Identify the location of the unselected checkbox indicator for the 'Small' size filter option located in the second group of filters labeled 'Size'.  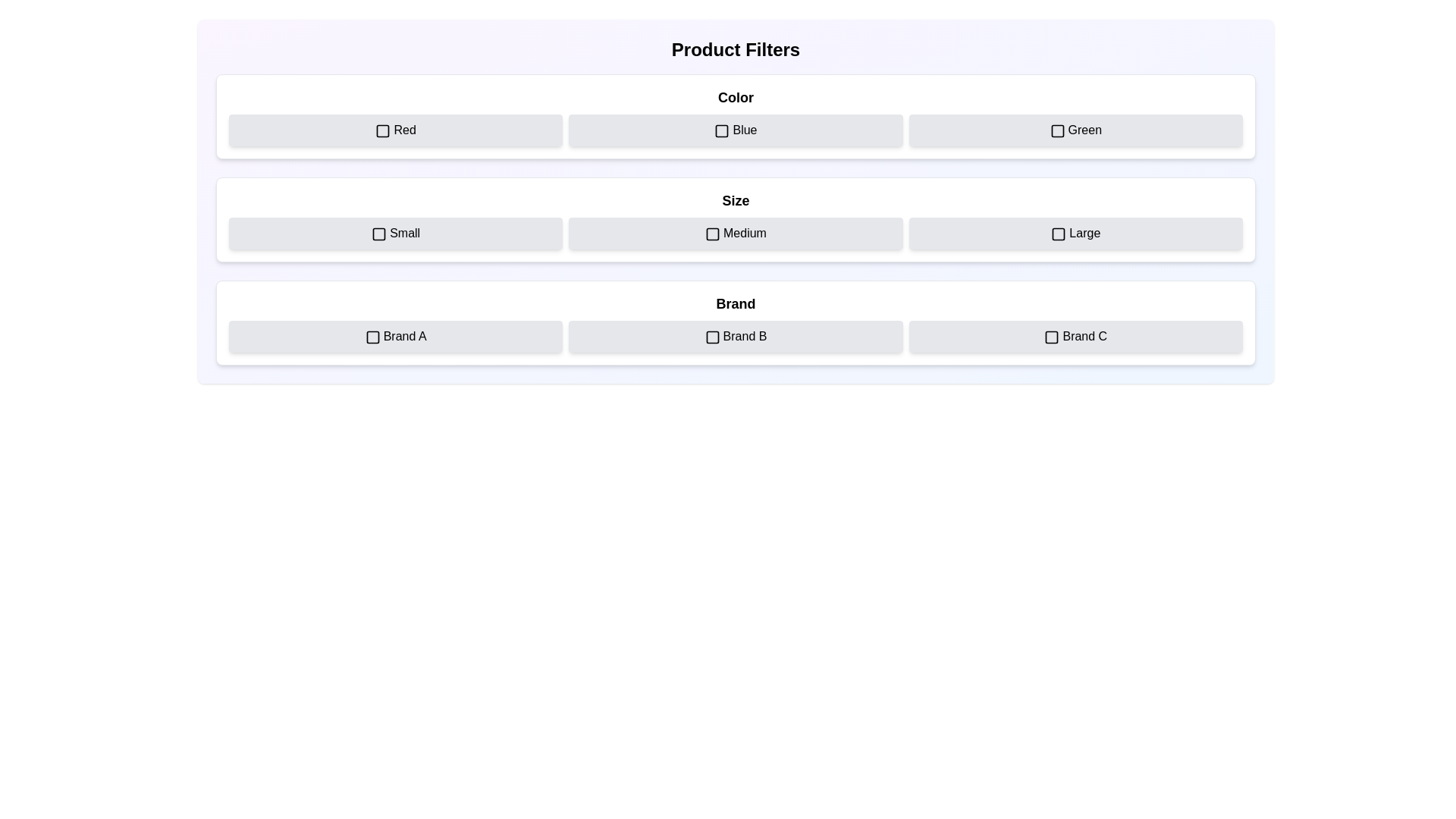
(379, 234).